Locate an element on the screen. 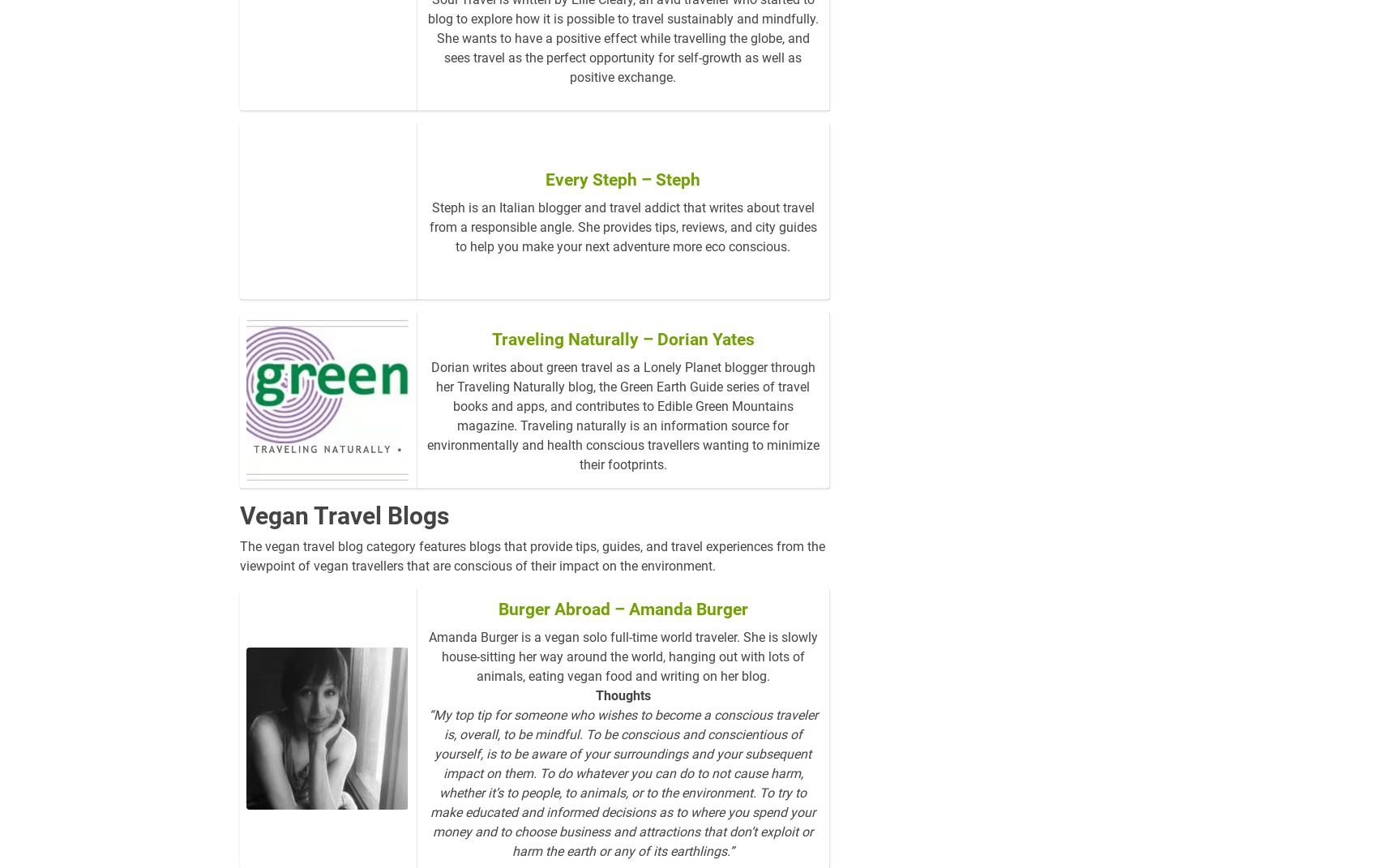 This screenshot has height=868, width=1378. 'Dorian writes about green travel as a Lonely Planet blogger through her Traveling Naturally blog, the Green Earth Guide series of travel books and apps, and contributes to Edible Green Mountains magazine. Traveling naturally is an information source for environmentally and health conscious travellers wanting to minimize their footprints.' is located at coordinates (426, 442).